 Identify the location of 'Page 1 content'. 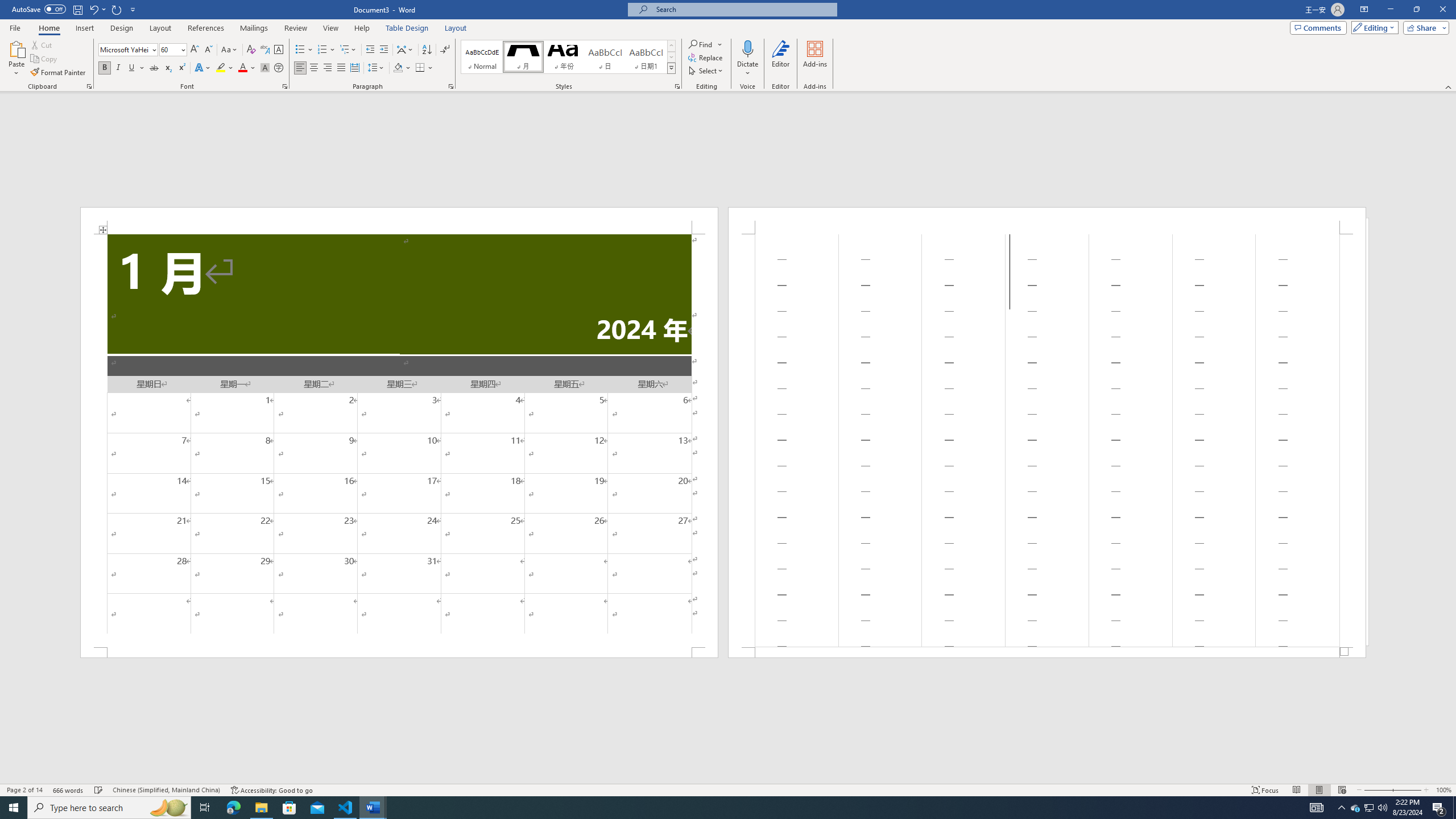
(399, 440).